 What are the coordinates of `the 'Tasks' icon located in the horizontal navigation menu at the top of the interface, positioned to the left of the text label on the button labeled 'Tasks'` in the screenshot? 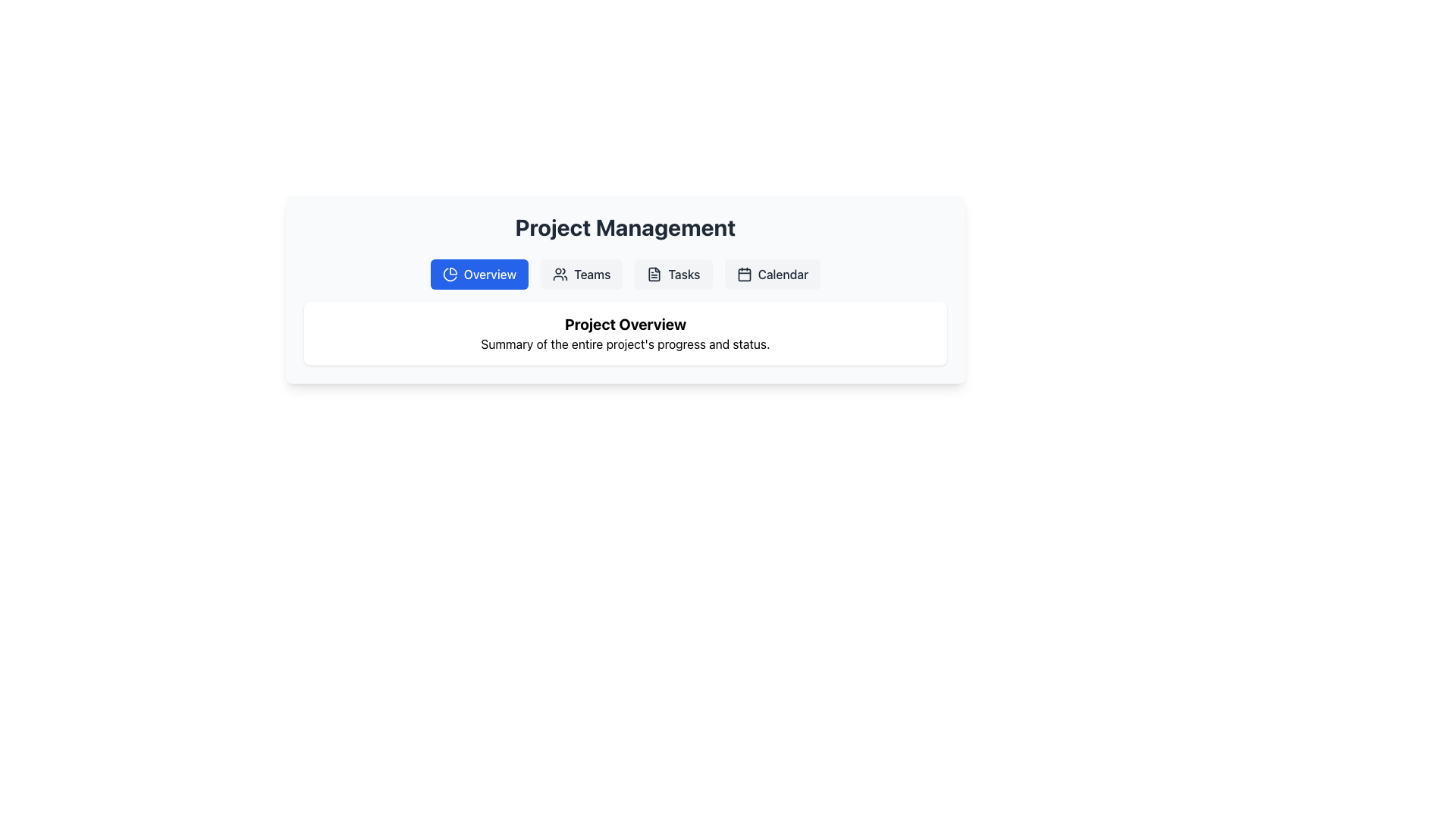 It's located at (654, 275).